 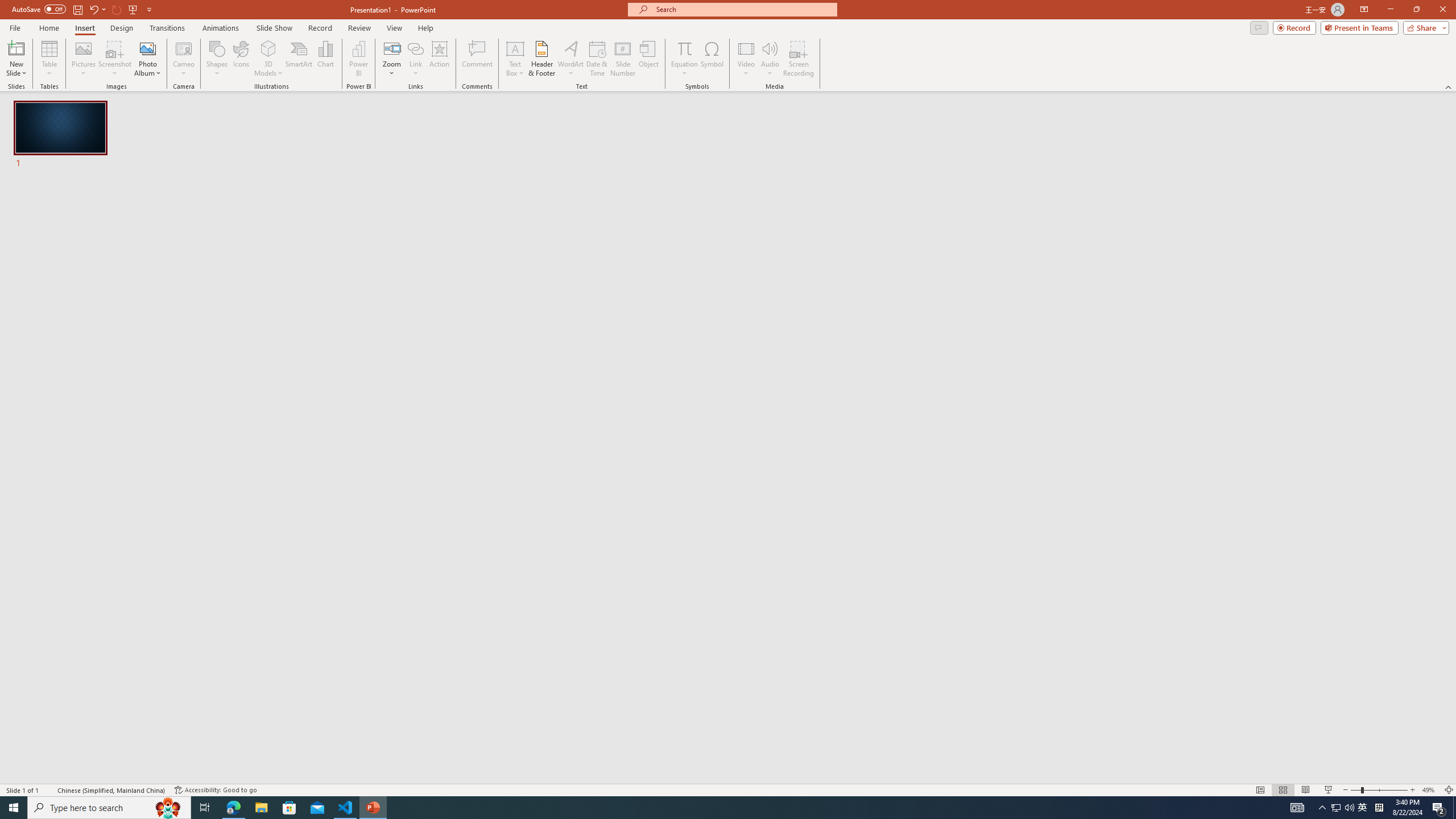 I want to click on 'Chart...', so click(x=325, y=59).